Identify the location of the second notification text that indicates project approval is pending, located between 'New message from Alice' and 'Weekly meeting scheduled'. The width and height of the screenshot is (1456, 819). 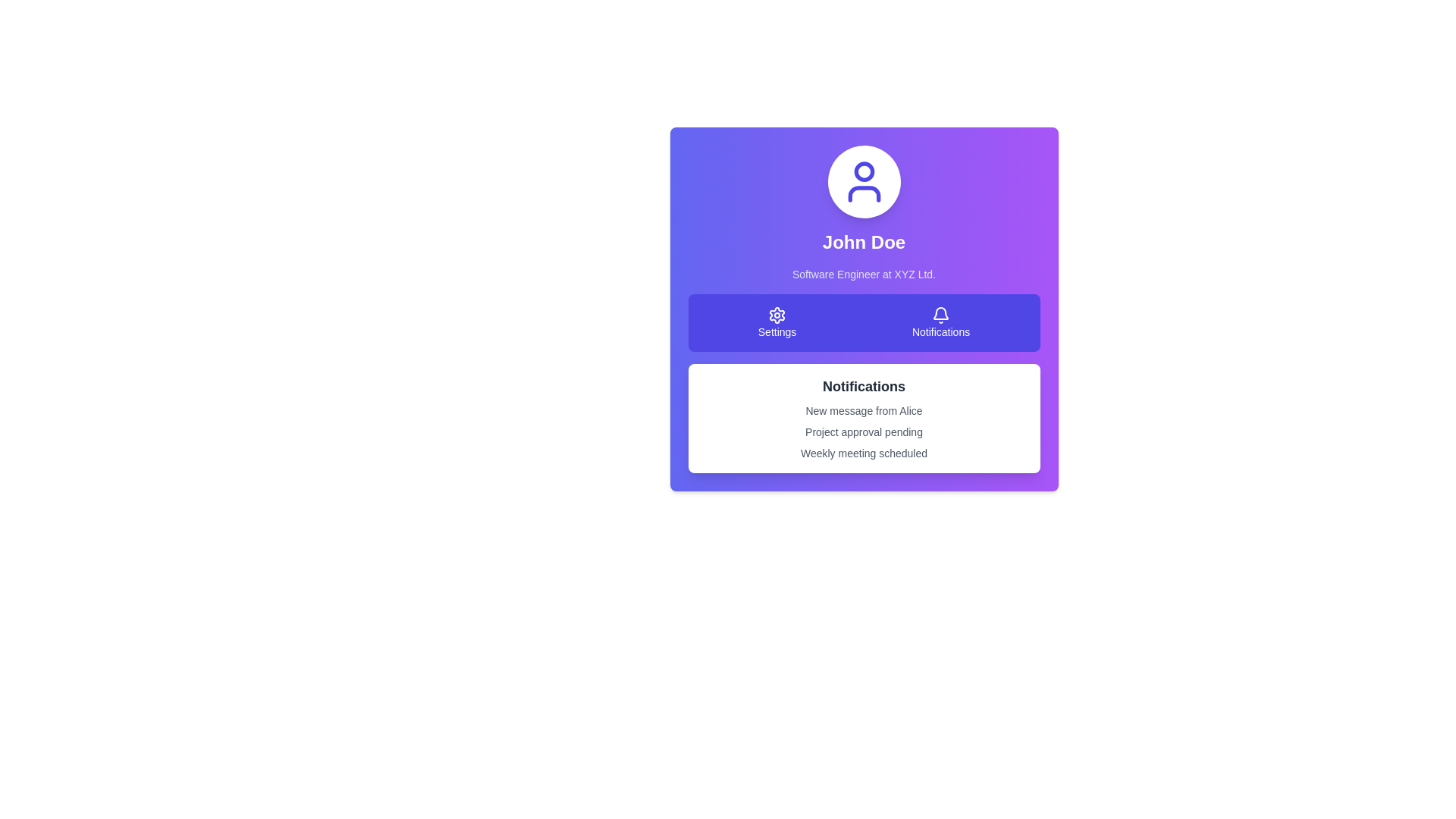
(864, 432).